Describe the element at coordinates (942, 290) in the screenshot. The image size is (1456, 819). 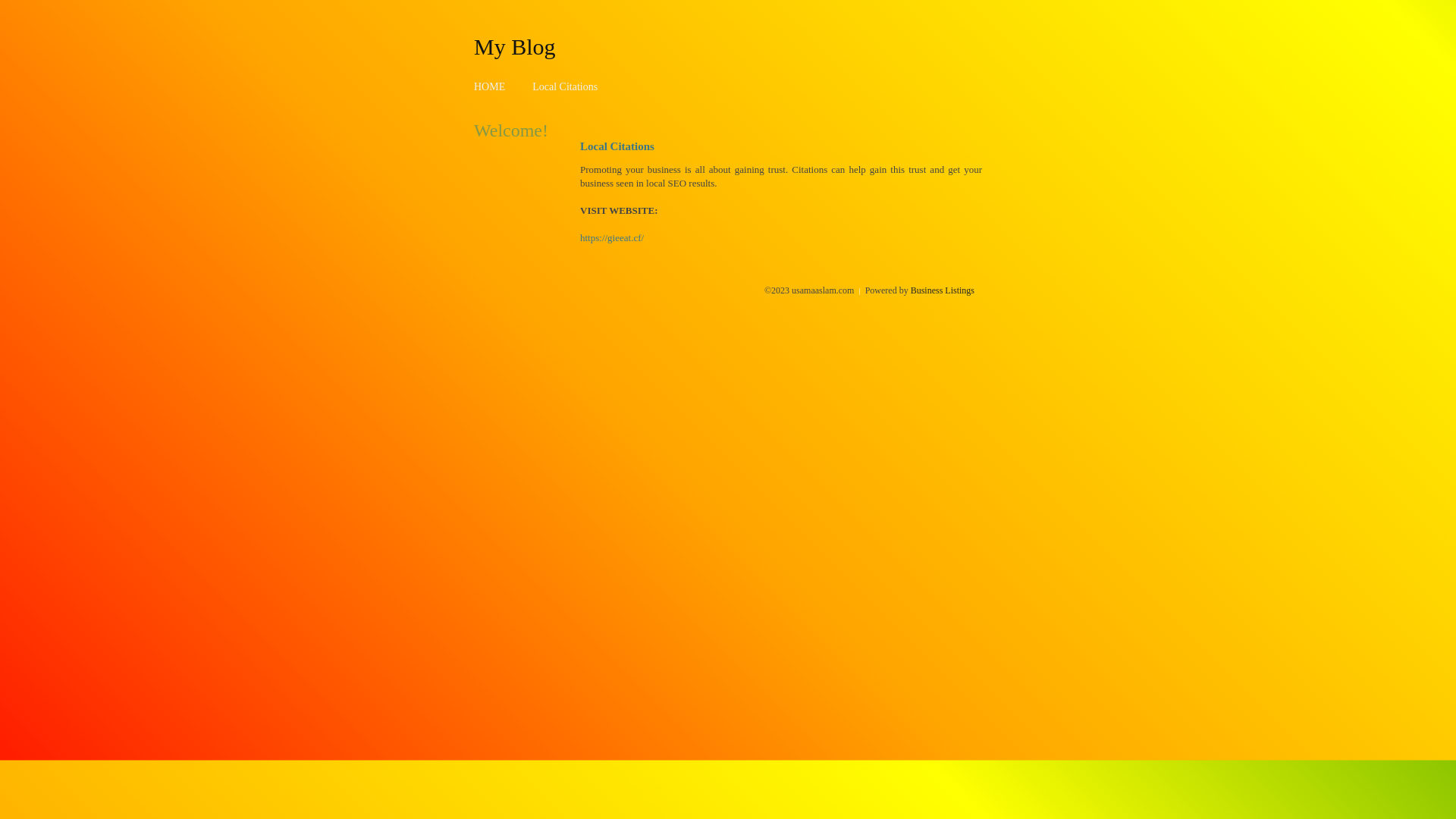
I see `'Business Listings'` at that location.